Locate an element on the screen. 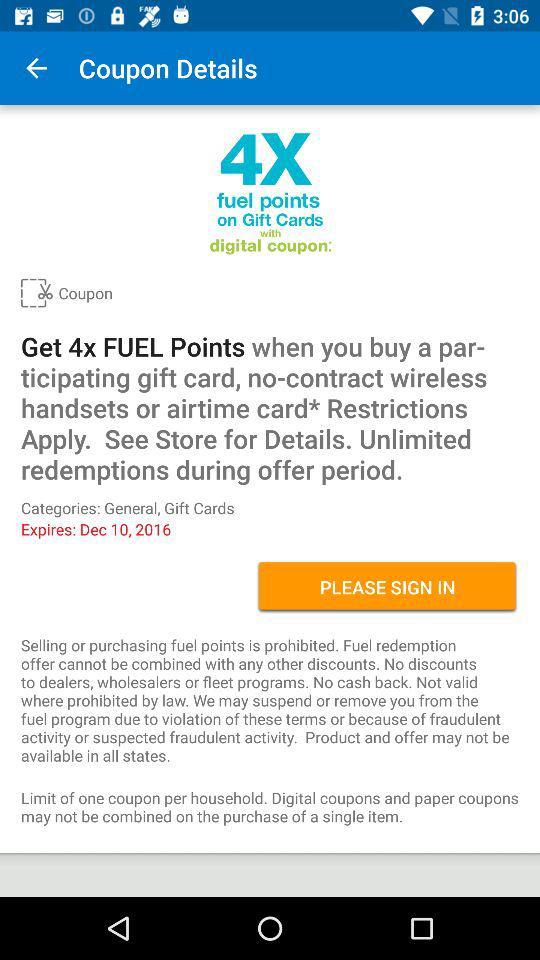 Image resolution: width=540 pixels, height=960 pixels. item above selling or purchasing item is located at coordinates (387, 587).